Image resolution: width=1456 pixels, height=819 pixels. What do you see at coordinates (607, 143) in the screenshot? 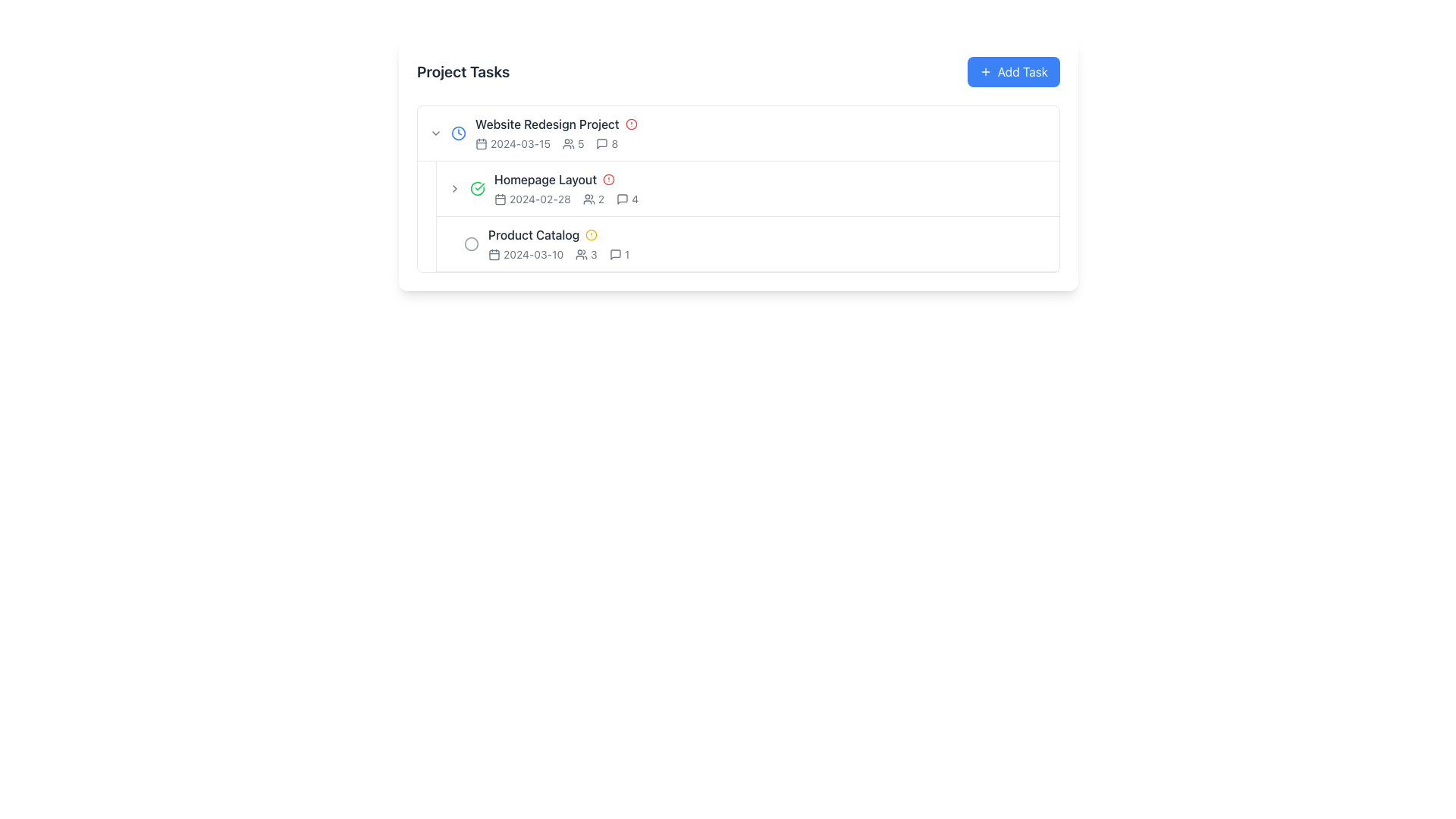
I see `number of comments from the text label located in the additional details section of the first row for the 'Website Redesign Project', positioned at the right of the row adjacent to other icons and counters` at bounding box center [607, 143].